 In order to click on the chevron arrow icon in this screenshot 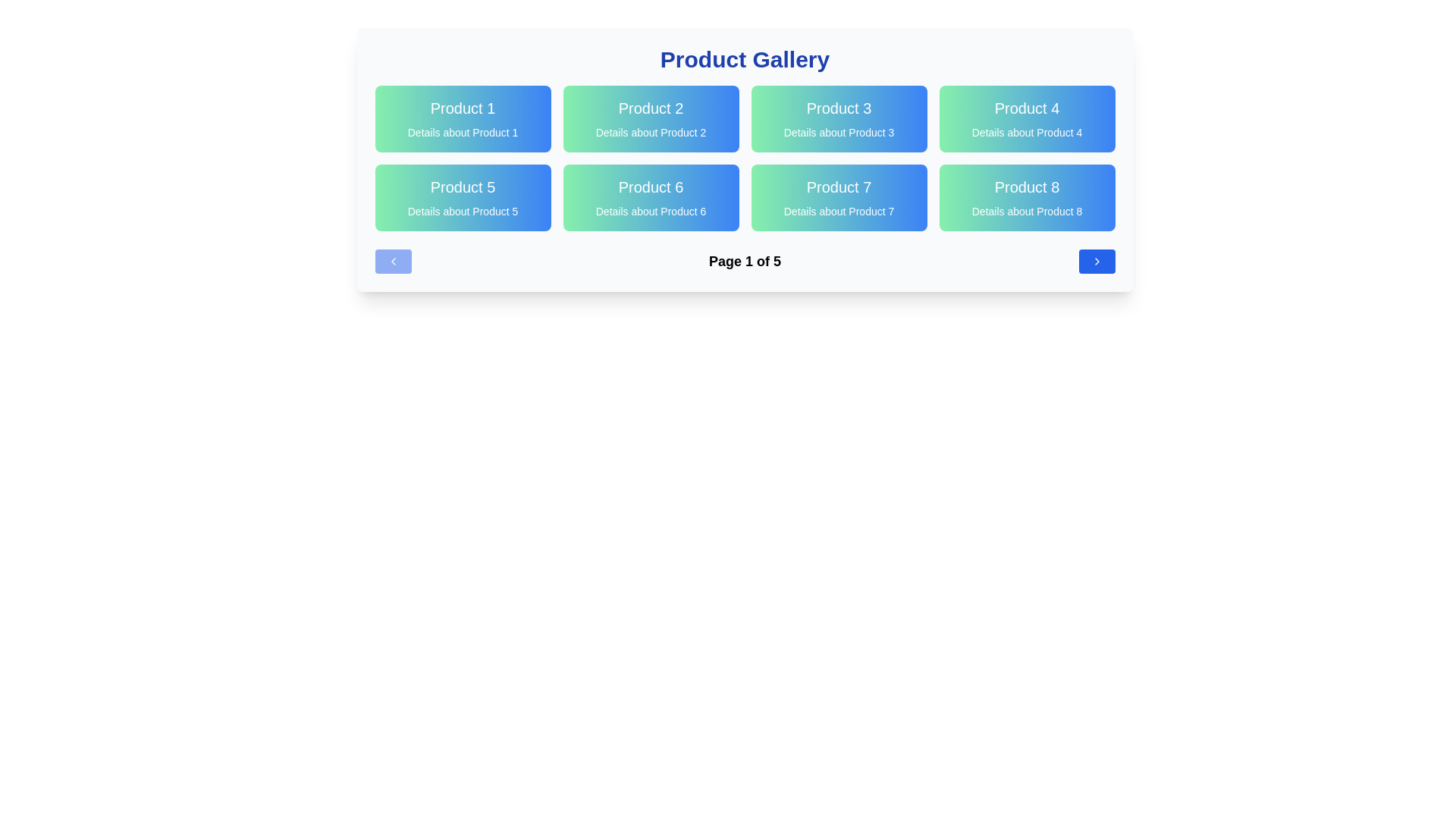, I will do `click(1097, 260)`.